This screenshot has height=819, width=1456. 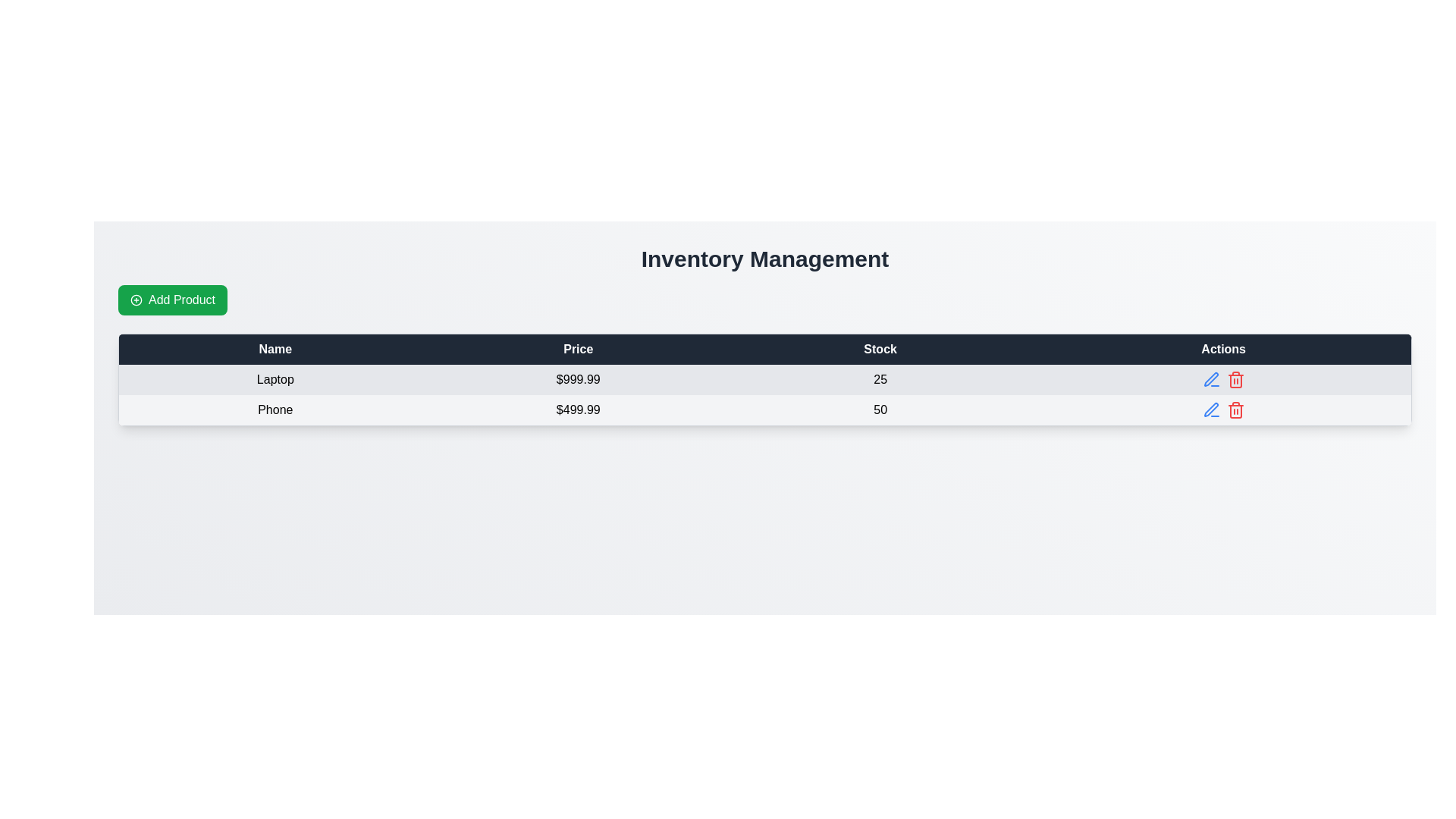 What do you see at coordinates (764, 259) in the screenshot?
I see `the 'Inventory Management' header, which is displayed in bold large font and is centered at the top of the content section` at bounding box center [764, 259].